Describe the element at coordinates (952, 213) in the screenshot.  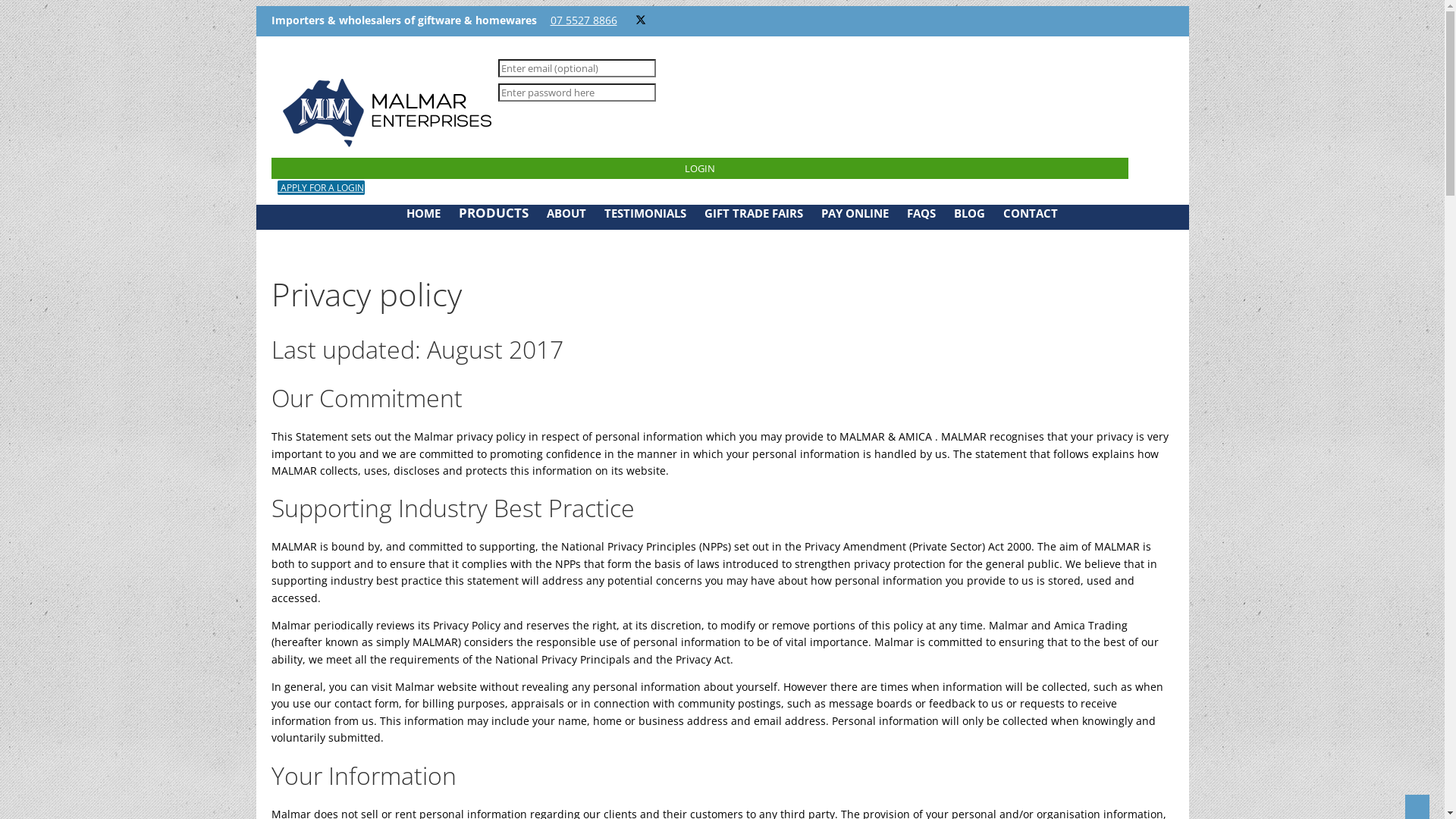
I see `'BLOG'` at that location.